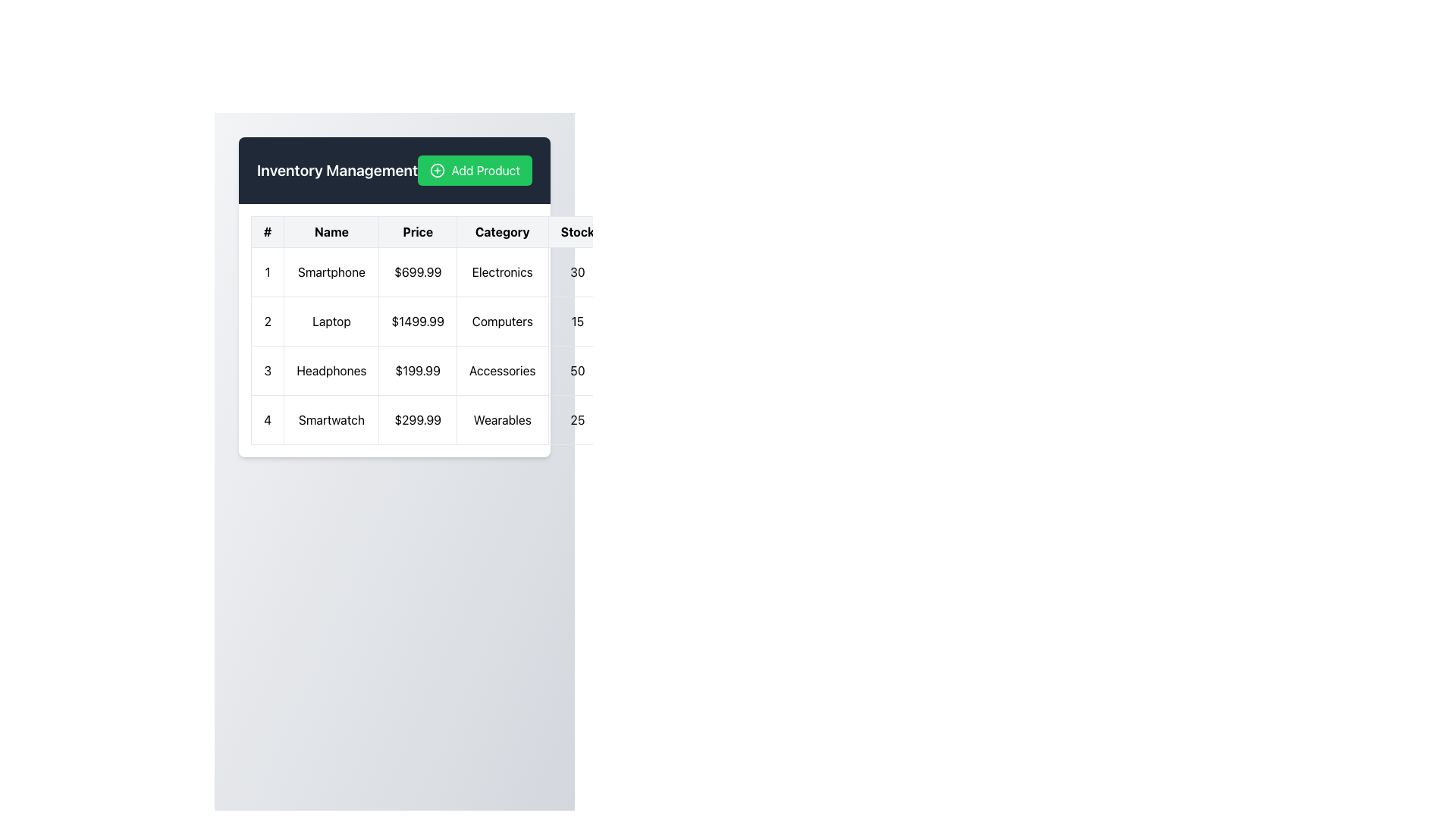 The image size is (1456, 819). Describe the element at coordinates (576, 231) in the screenshot. I see `the 'Stock' table header` at that location.